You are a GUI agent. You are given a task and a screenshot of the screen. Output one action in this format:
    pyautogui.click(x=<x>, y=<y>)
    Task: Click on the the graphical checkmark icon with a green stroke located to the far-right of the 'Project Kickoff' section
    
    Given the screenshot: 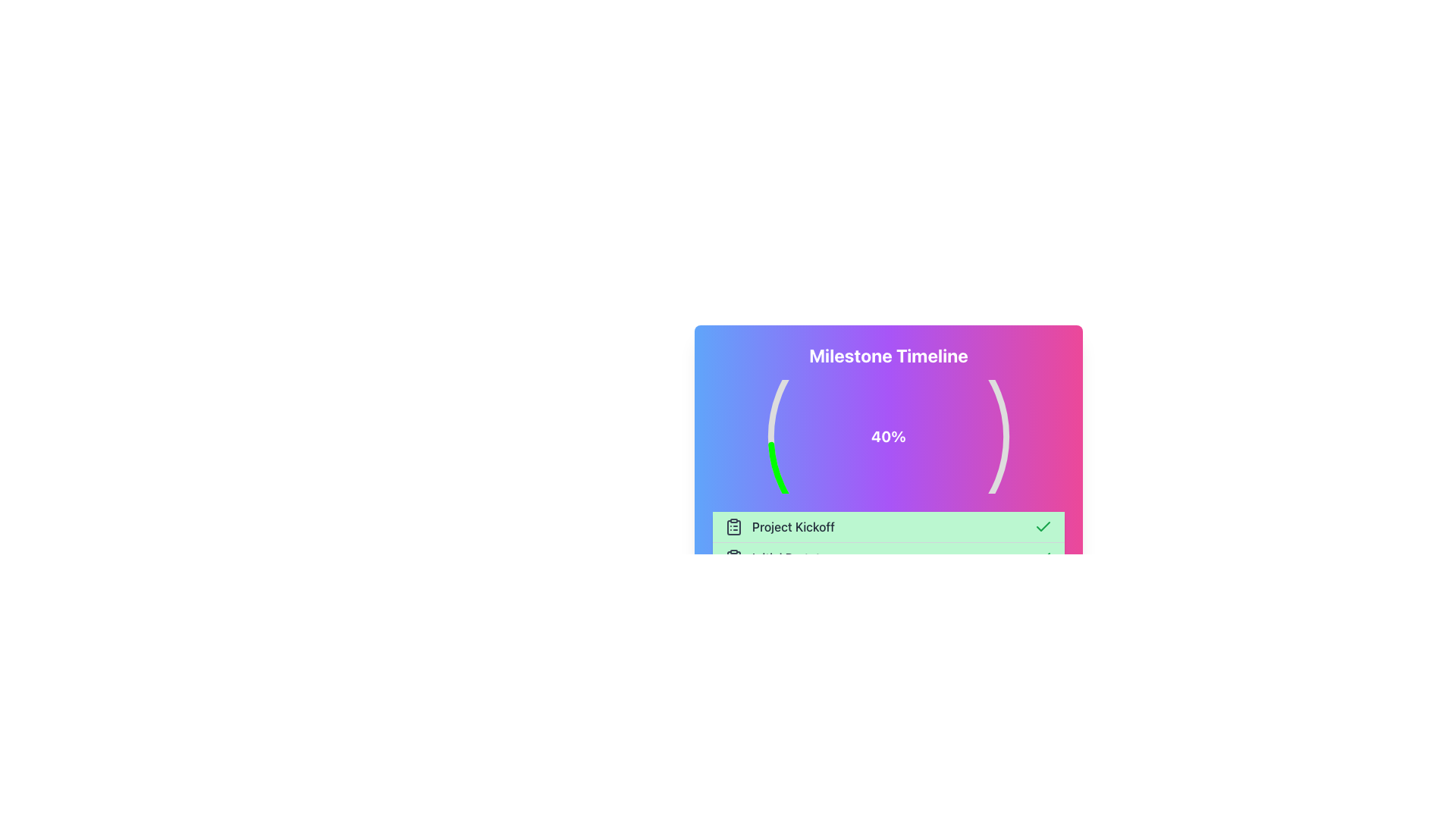 What is the action you would take?
    pyautogui.click(x=1043, y=526)
    